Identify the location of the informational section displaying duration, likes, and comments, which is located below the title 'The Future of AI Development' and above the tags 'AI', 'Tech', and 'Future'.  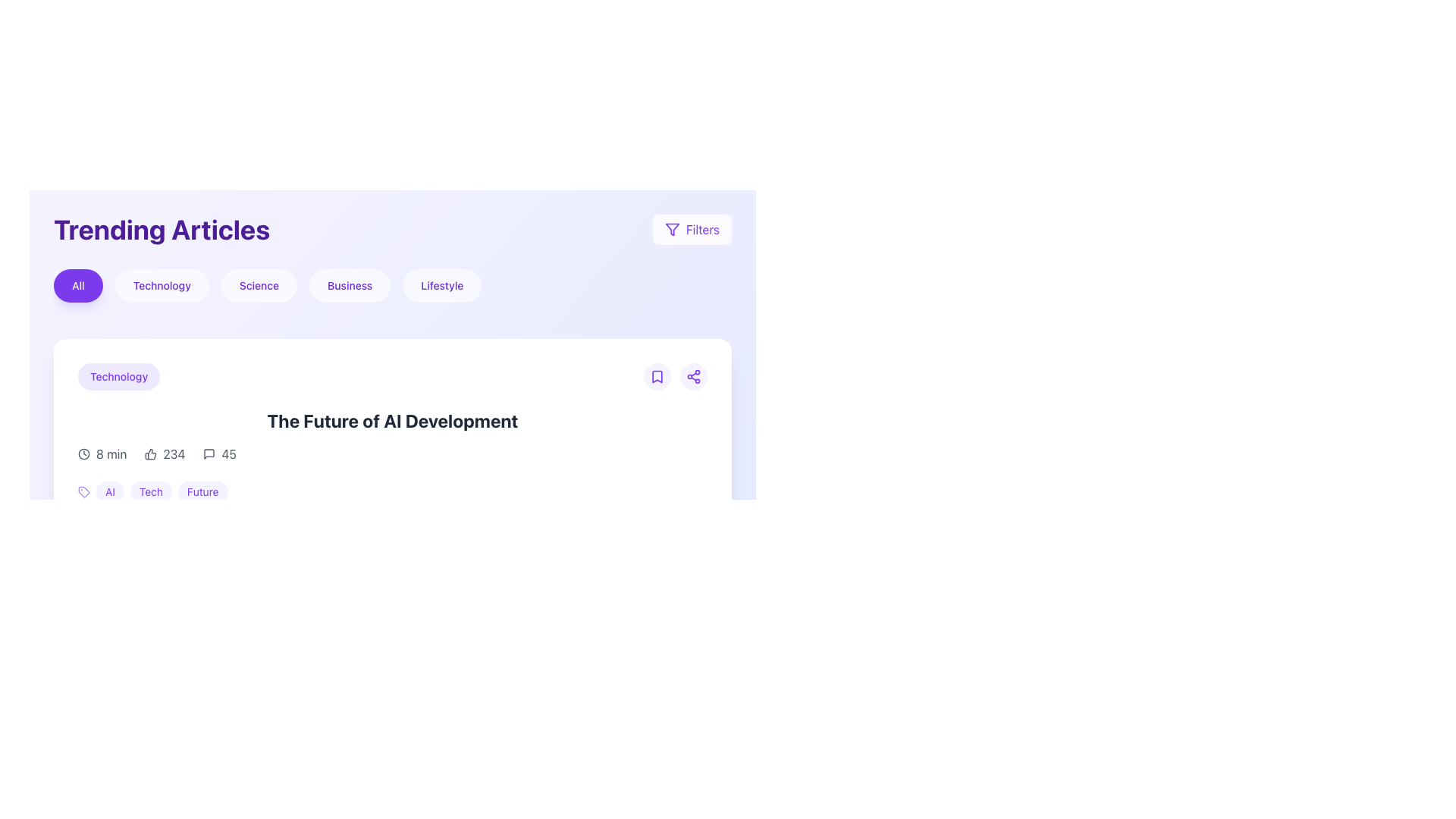
(393, 453).